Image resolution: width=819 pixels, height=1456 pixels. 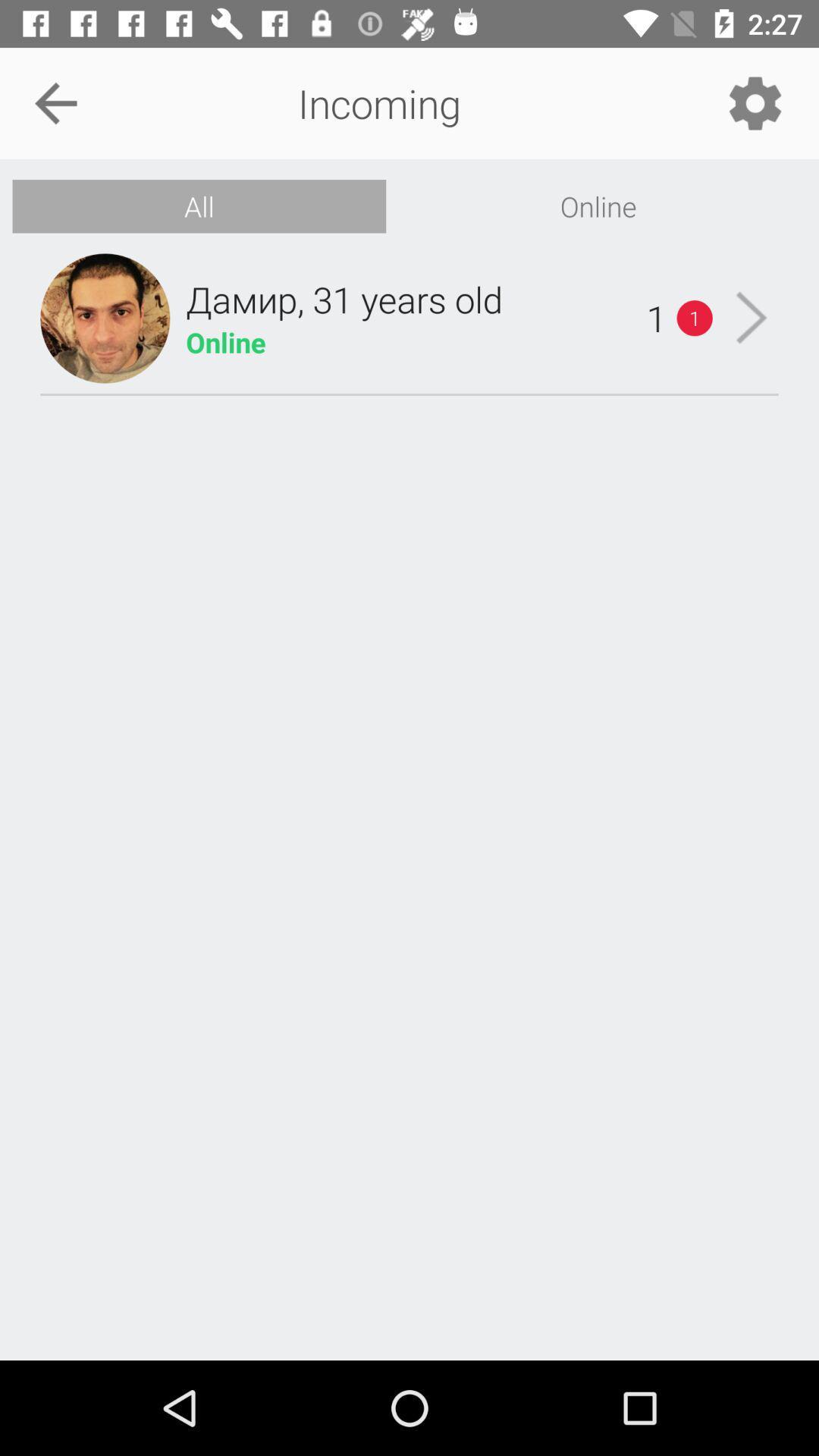 What do you see at coordinates (344, 299) in the screenshot?
I see `icon to the left of 1` at bounding box center [344, 299].